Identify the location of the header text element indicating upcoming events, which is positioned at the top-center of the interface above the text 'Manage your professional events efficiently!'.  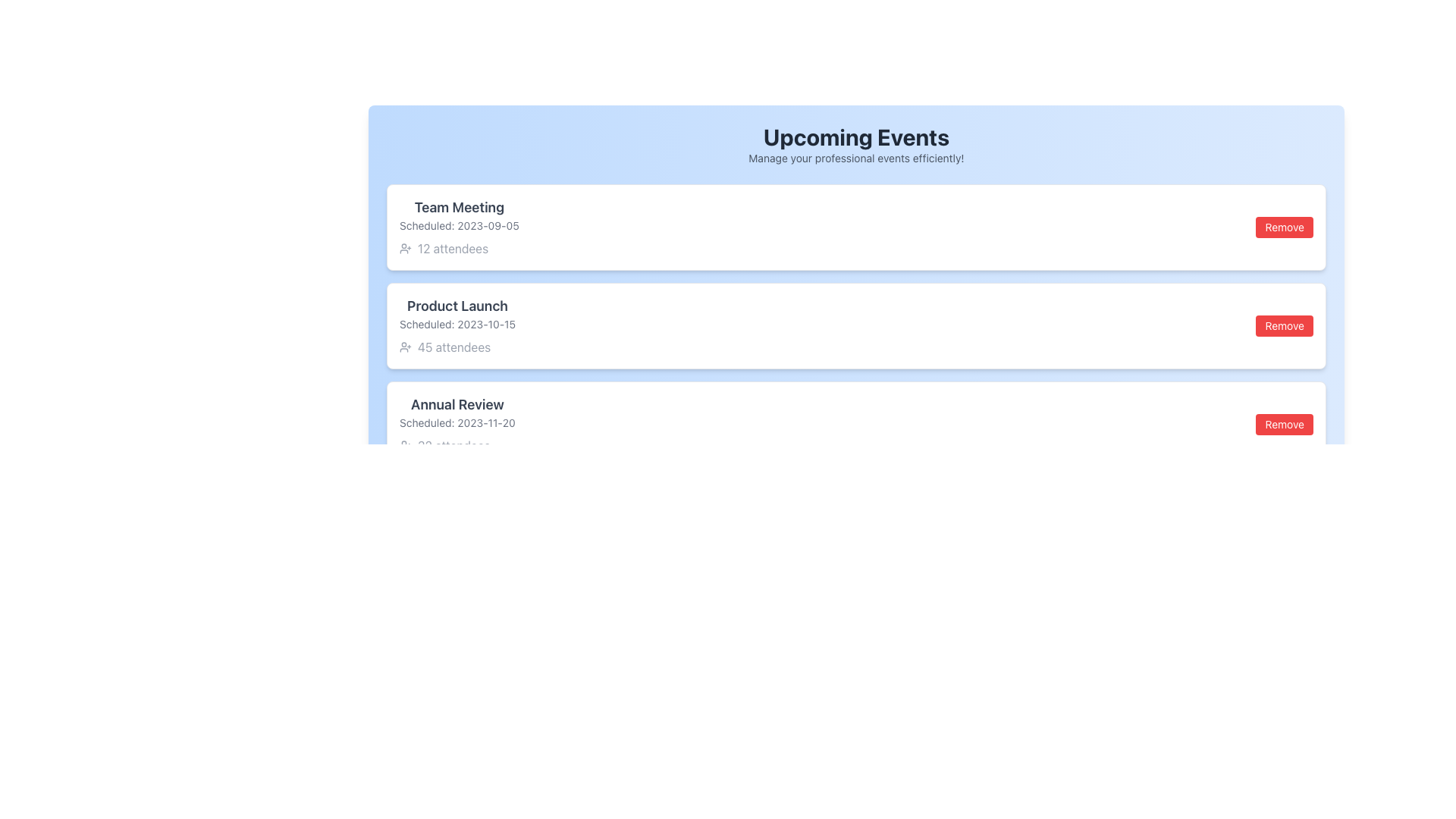
(856, 137).